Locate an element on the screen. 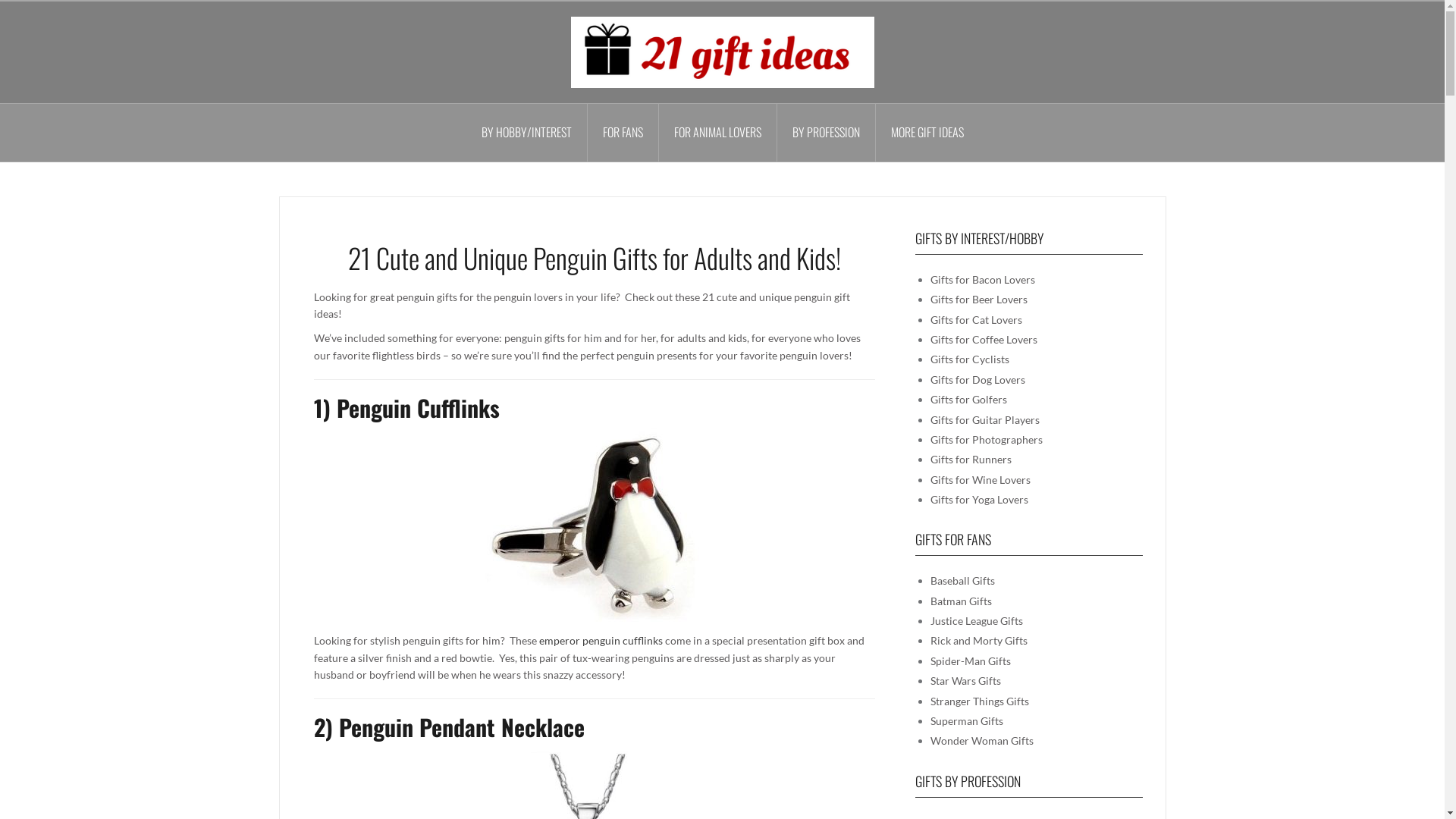  'Baseball Gifts' is located at coordinates (961, 580).